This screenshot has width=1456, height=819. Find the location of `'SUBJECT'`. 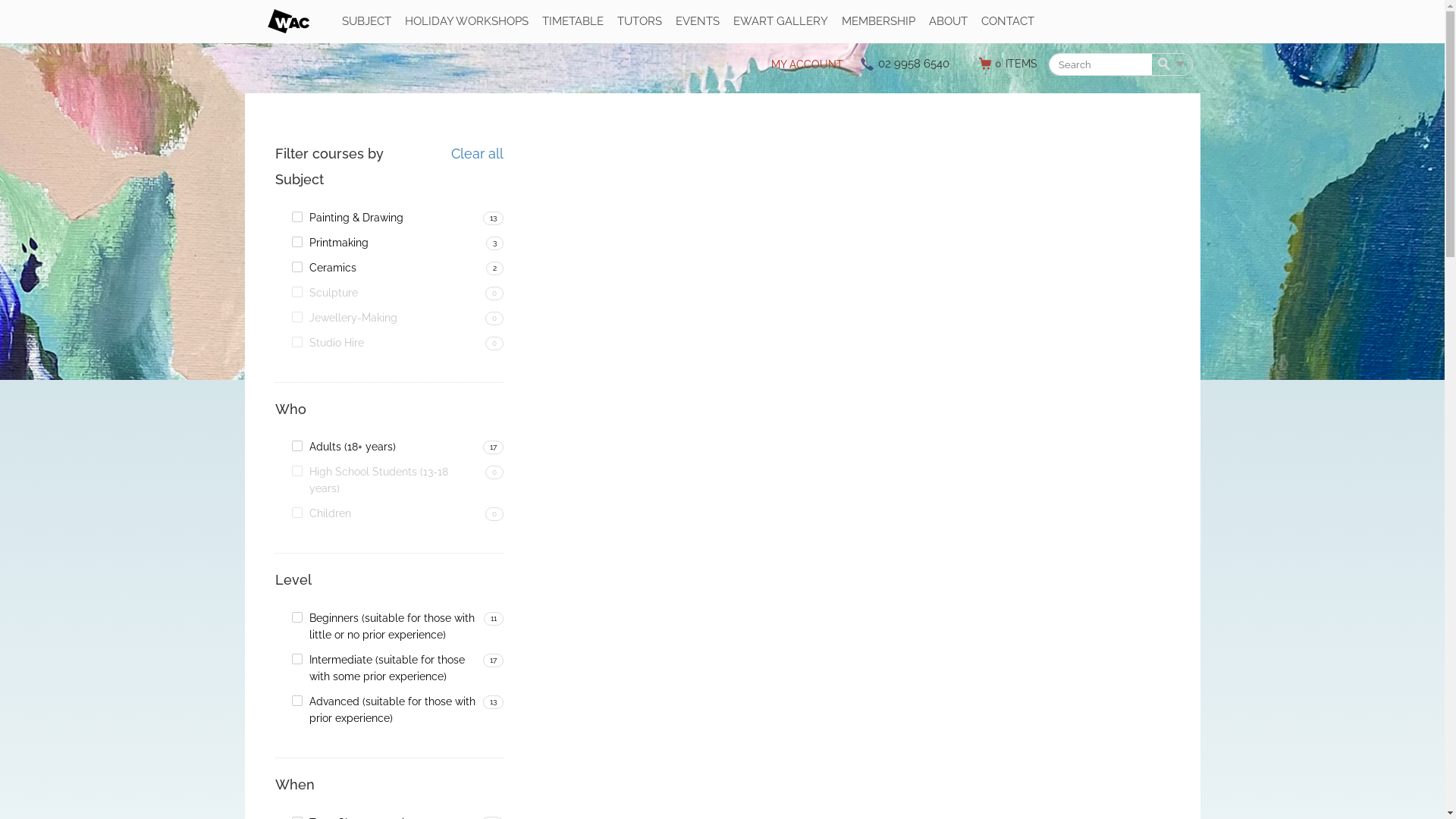

'SUBJECT' is located at coordinates (334, 20).